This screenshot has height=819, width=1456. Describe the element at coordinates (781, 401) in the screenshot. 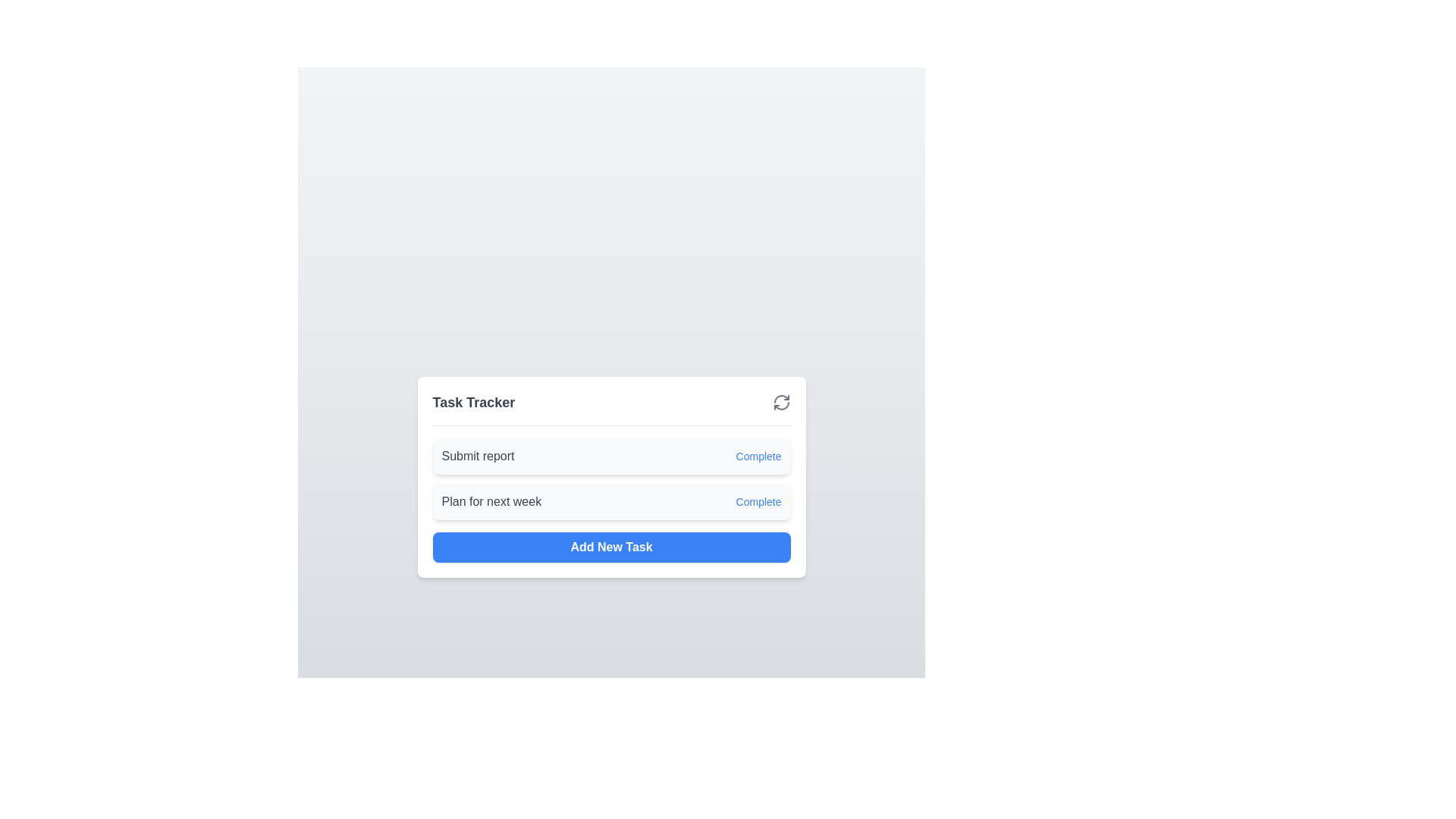

I see `the refresh icon, which is a small gray circular arrow located to the right of the 'Task Tracker' title in the top-right corner of the header section` at that location.